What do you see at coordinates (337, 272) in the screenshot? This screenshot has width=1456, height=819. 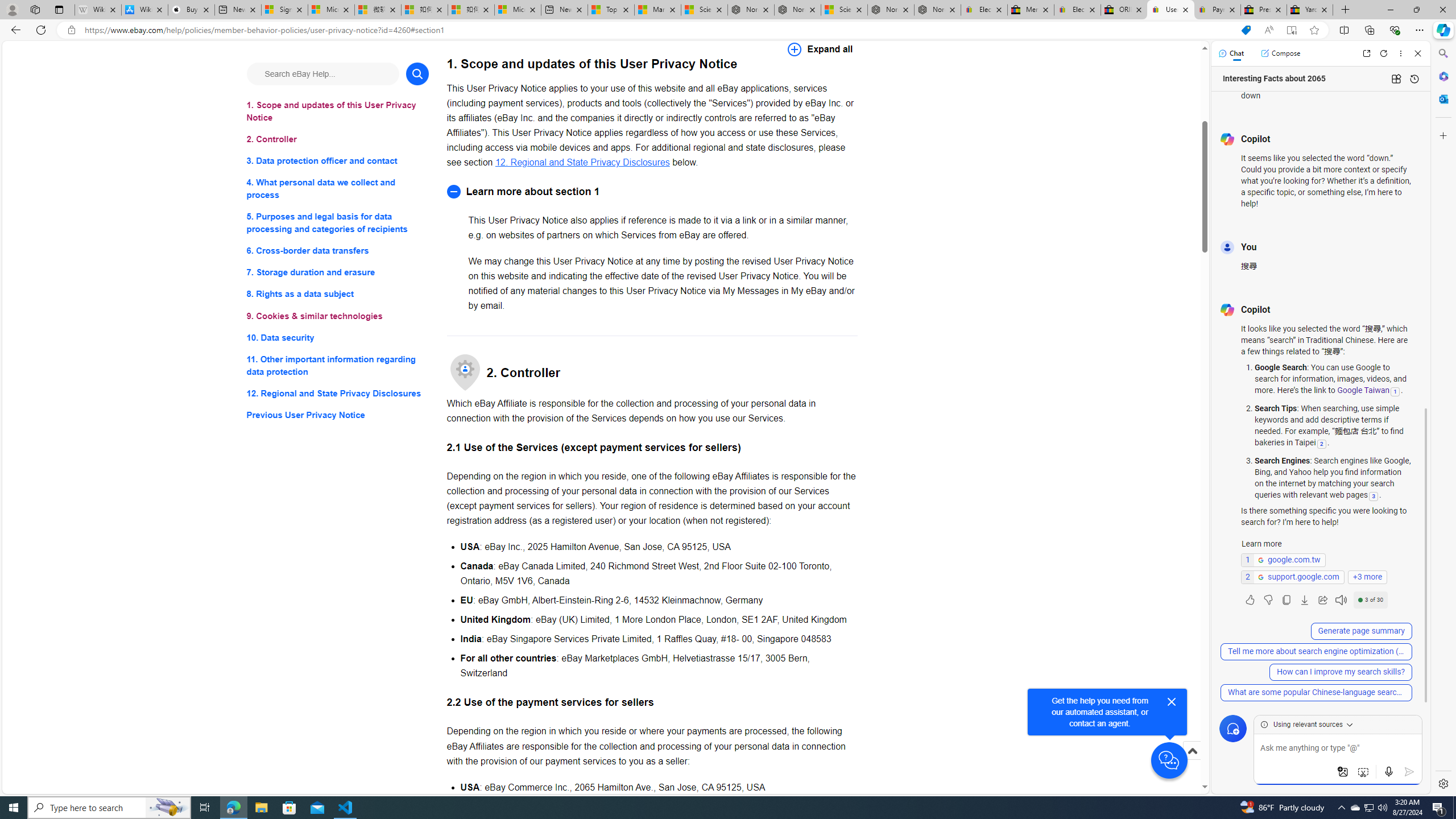 I see `'7. Storage duration and erasure'` at bounding box center [337, 272].